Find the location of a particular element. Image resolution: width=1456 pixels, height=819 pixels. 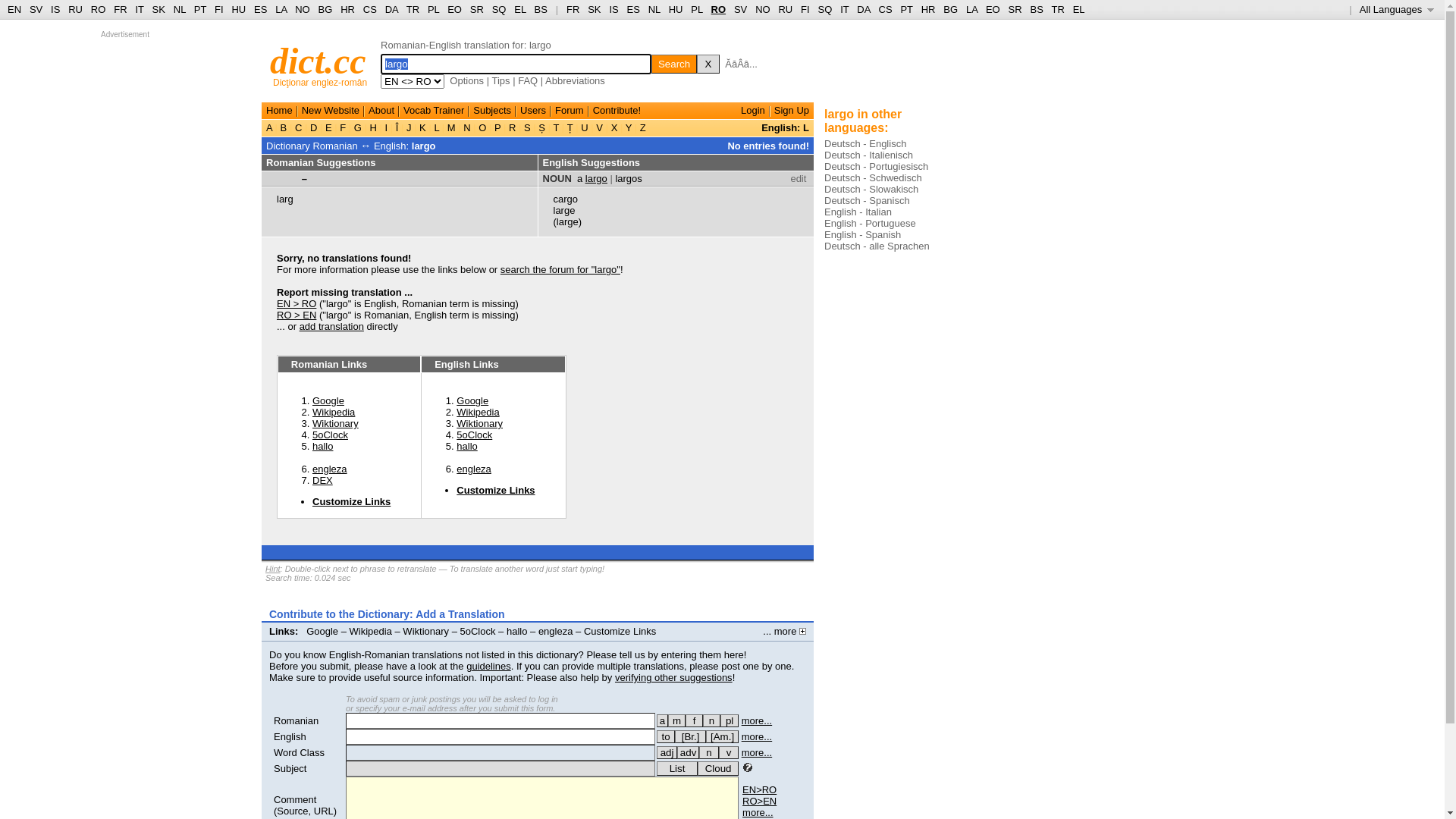

'RU' is located at coordinates (785, 9).